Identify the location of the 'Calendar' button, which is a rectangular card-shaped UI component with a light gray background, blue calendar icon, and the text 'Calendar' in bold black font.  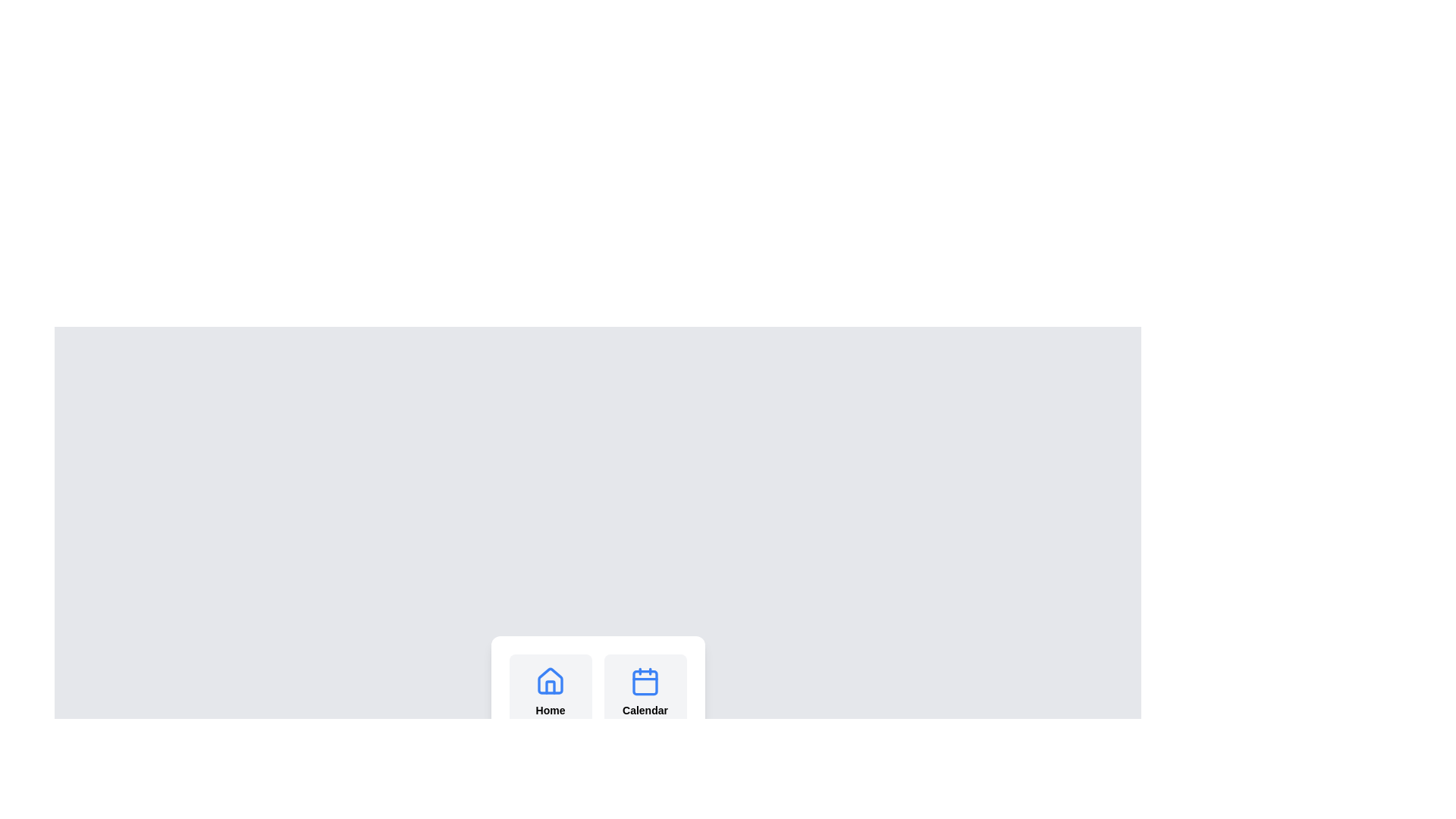
(645, 692).